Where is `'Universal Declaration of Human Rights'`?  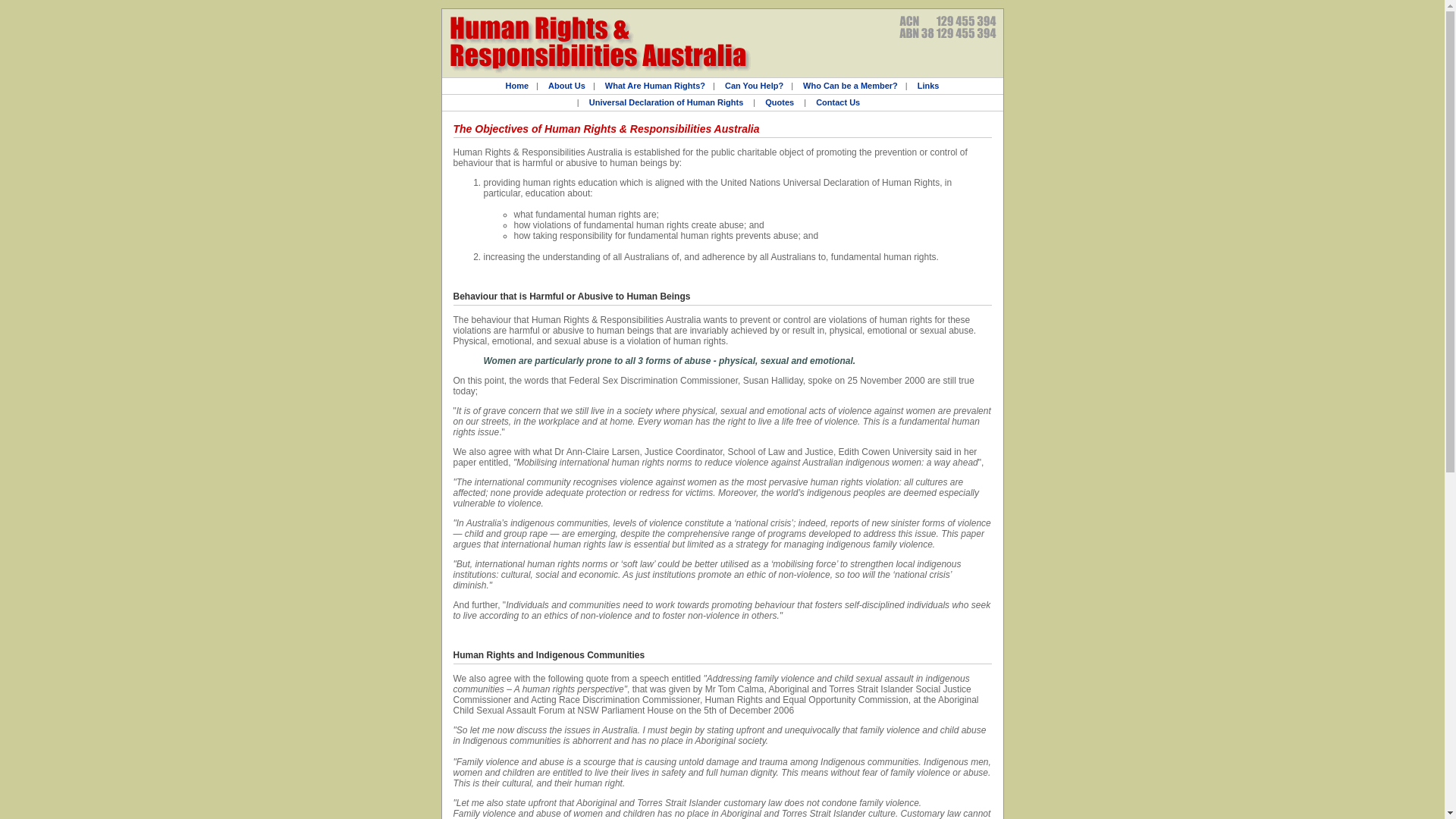 'Universal Declaration of Human Rights' is located at coordinates (666, 102).